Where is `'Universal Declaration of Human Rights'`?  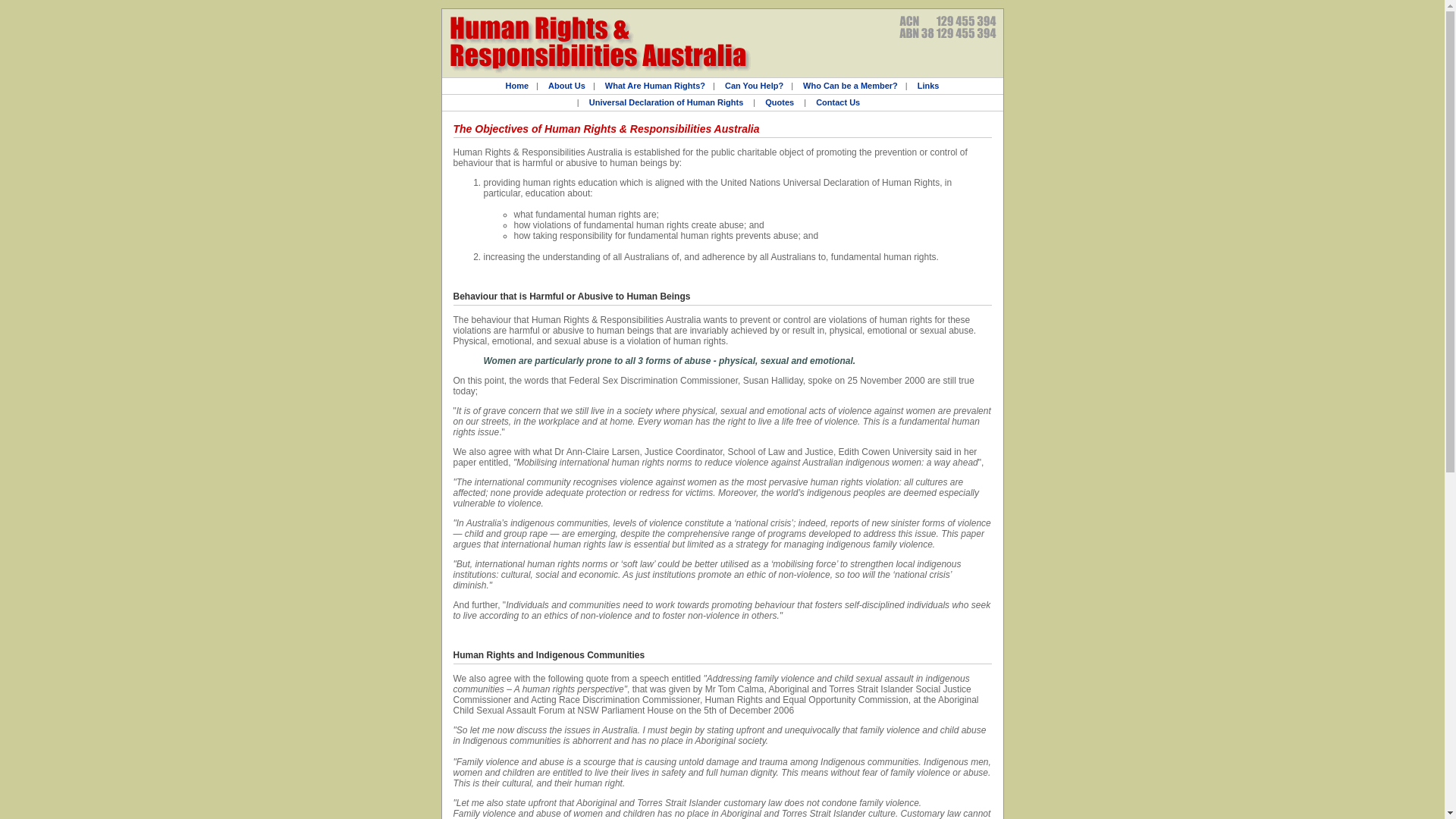 'Universal Declaration of Human Rights' is located at coordinates (666, 102).